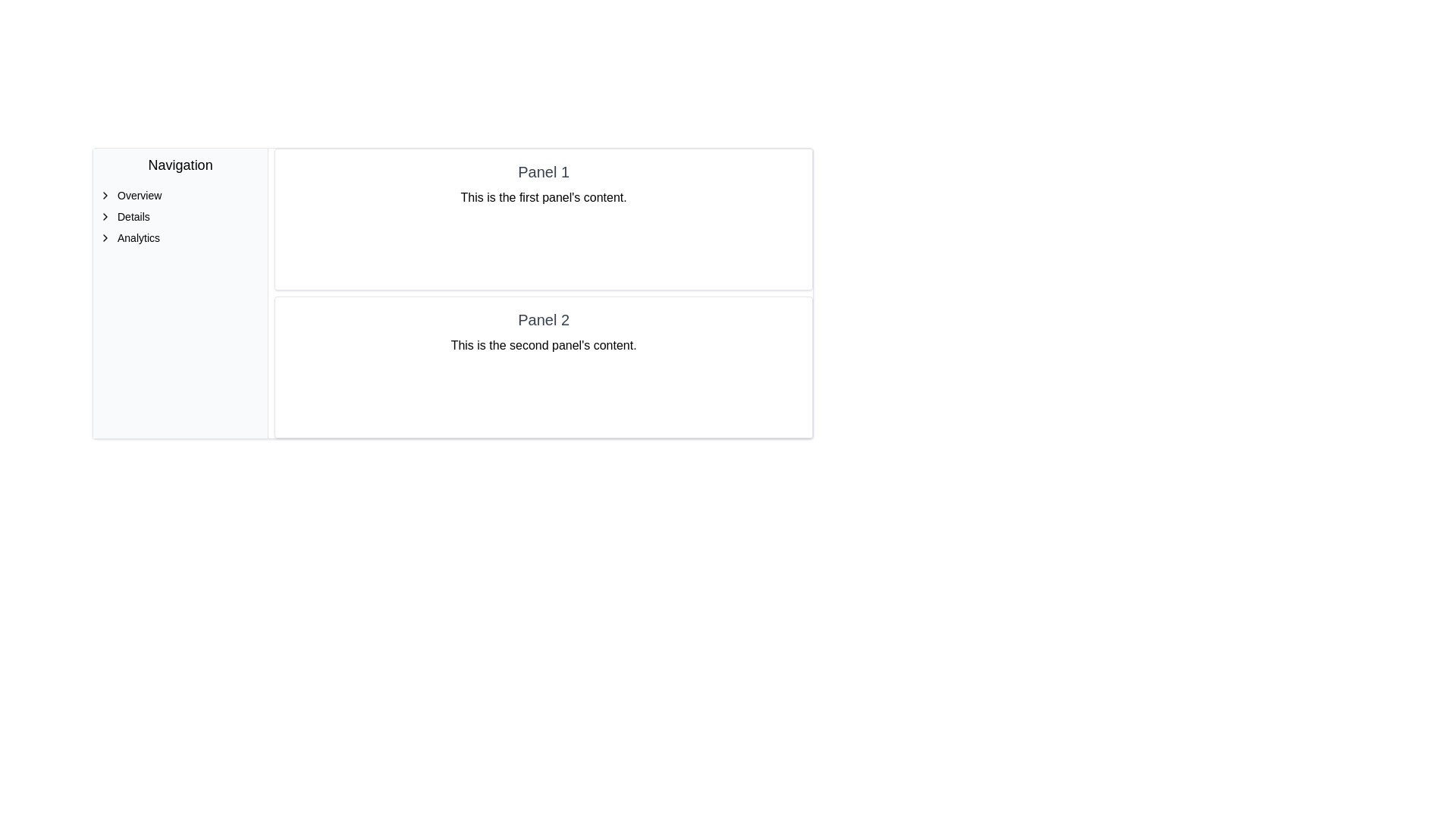  Describe the element at coordinates (180, 195) in the screenshot. I see `the 'Overview' button in the vertical navigation menu` at that location.